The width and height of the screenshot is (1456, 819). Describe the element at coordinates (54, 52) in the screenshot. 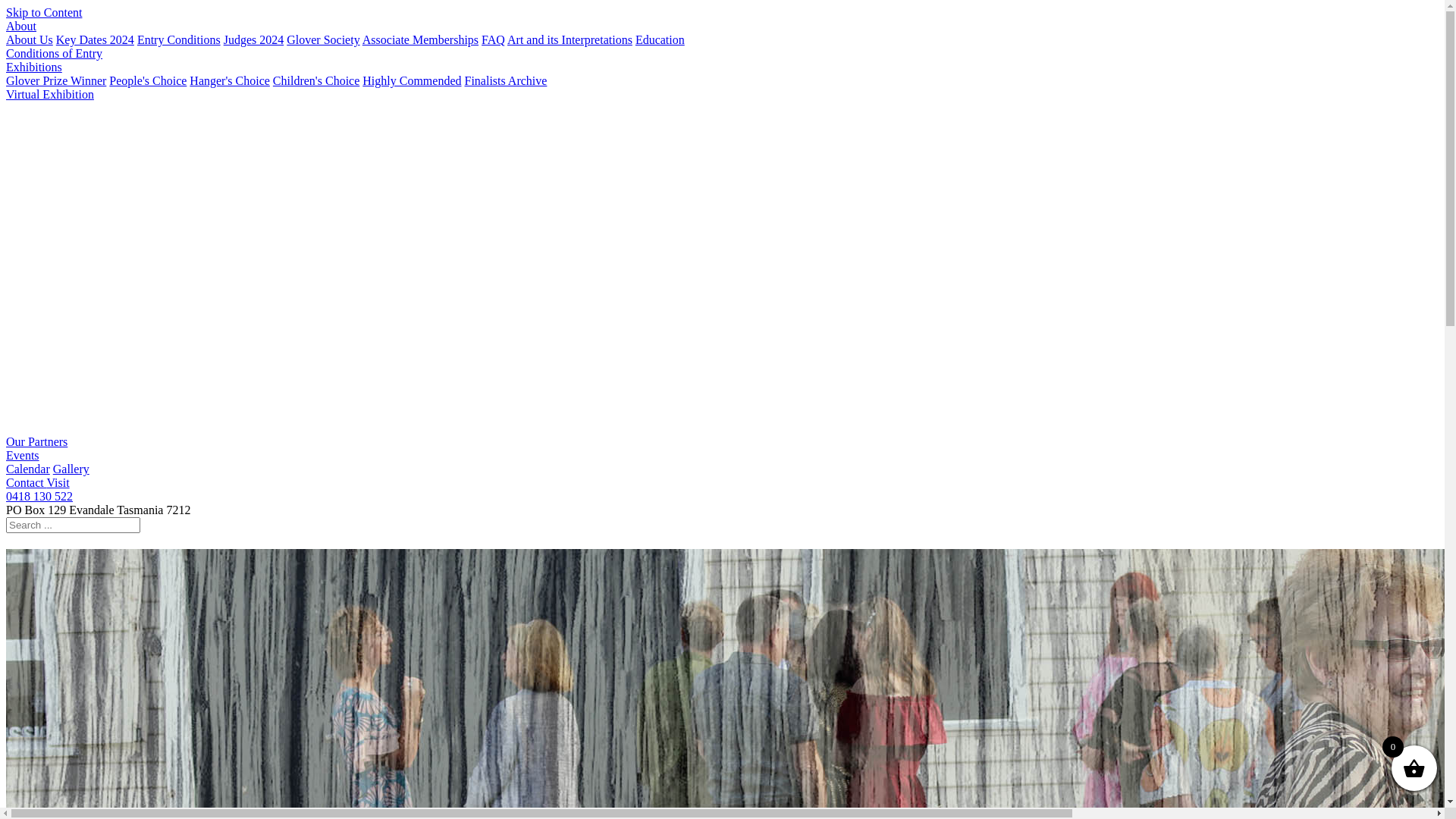

I see `'Conditions of Entry'` at that location.